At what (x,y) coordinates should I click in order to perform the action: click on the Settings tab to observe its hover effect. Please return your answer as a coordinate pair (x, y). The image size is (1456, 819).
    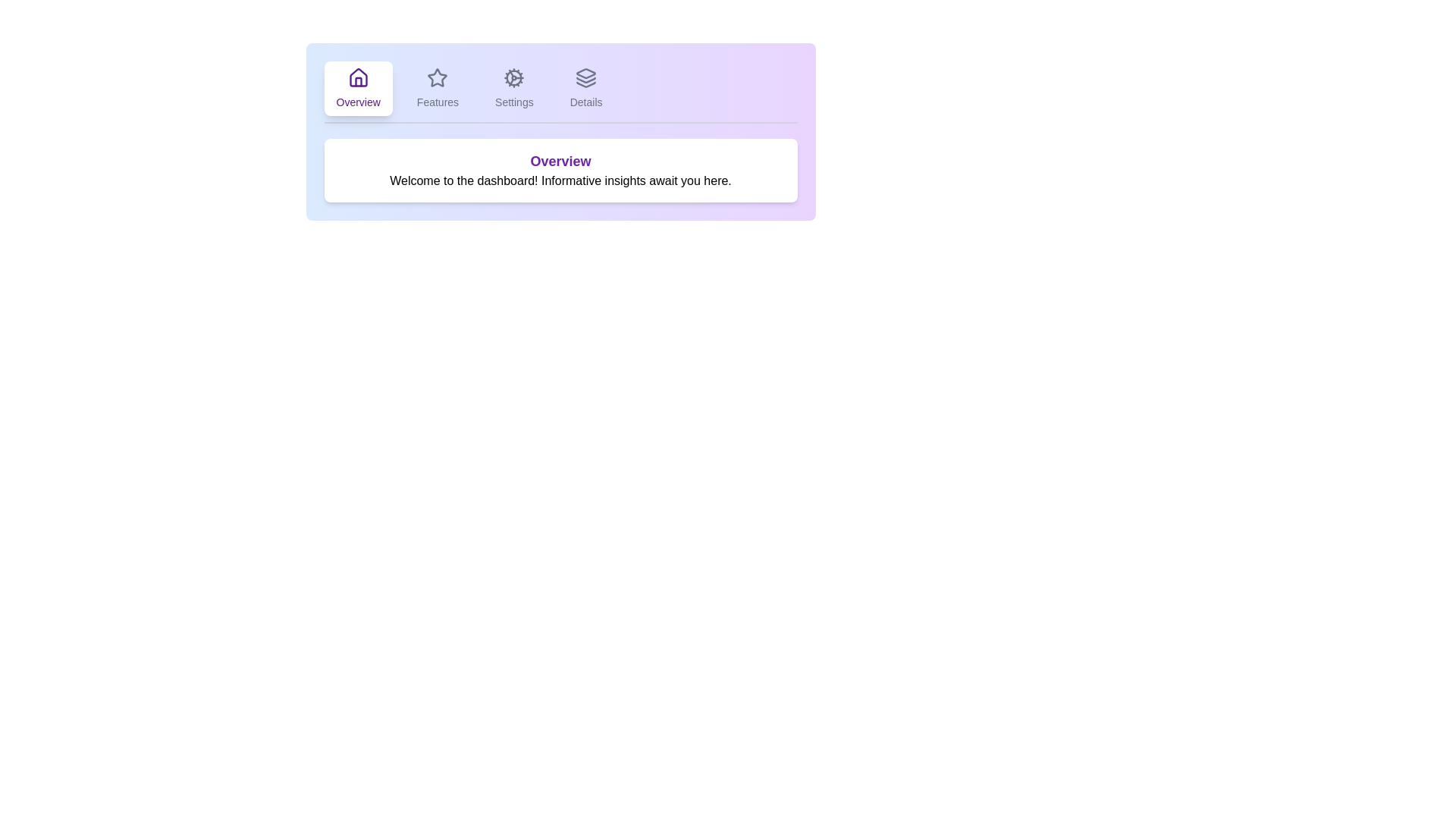
    Looking at the image, I should click on (514, 88).